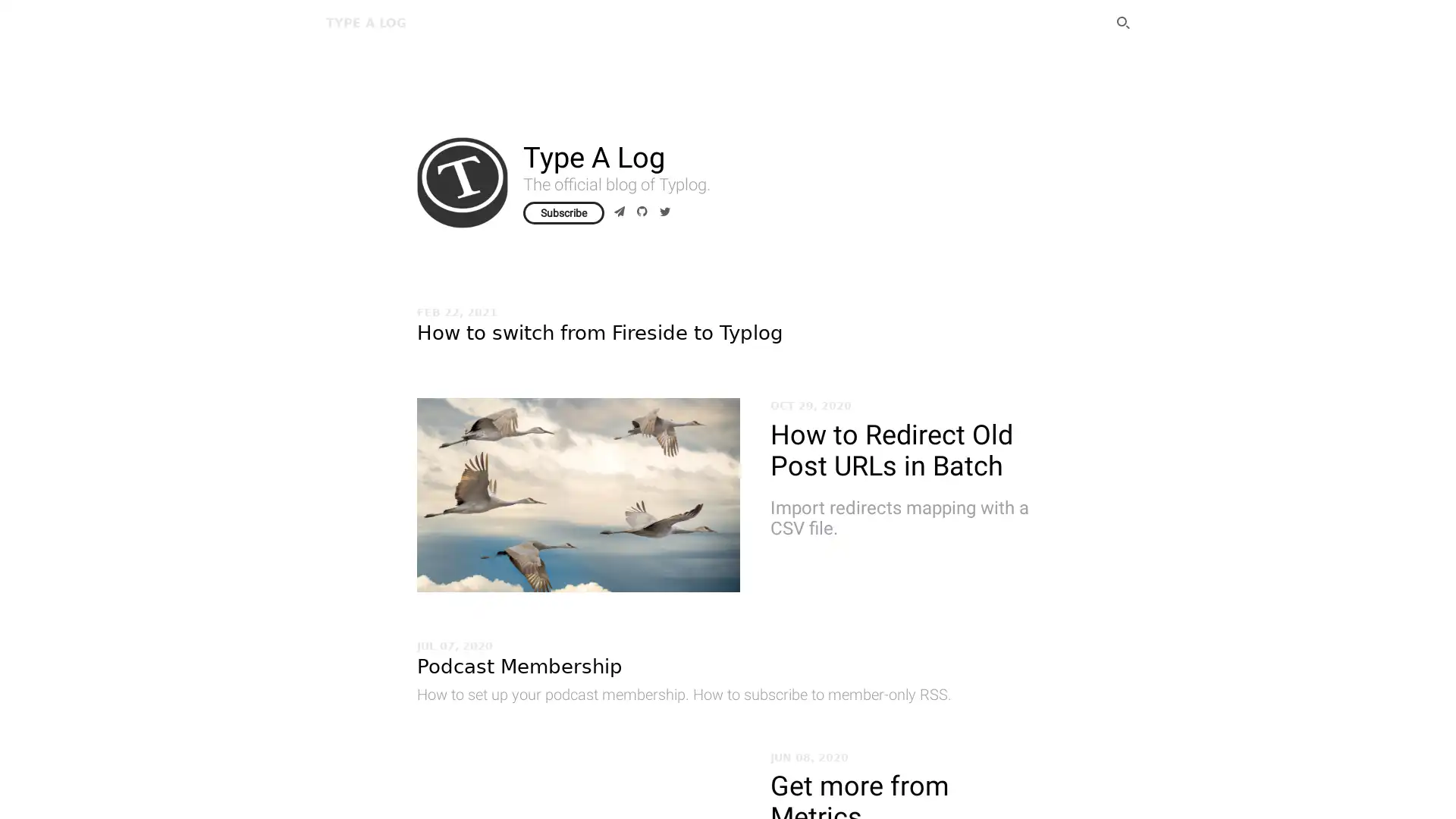 The width and height of the screenshot is (1456, 819). I want to click on Subscribe, so click(563, 213).